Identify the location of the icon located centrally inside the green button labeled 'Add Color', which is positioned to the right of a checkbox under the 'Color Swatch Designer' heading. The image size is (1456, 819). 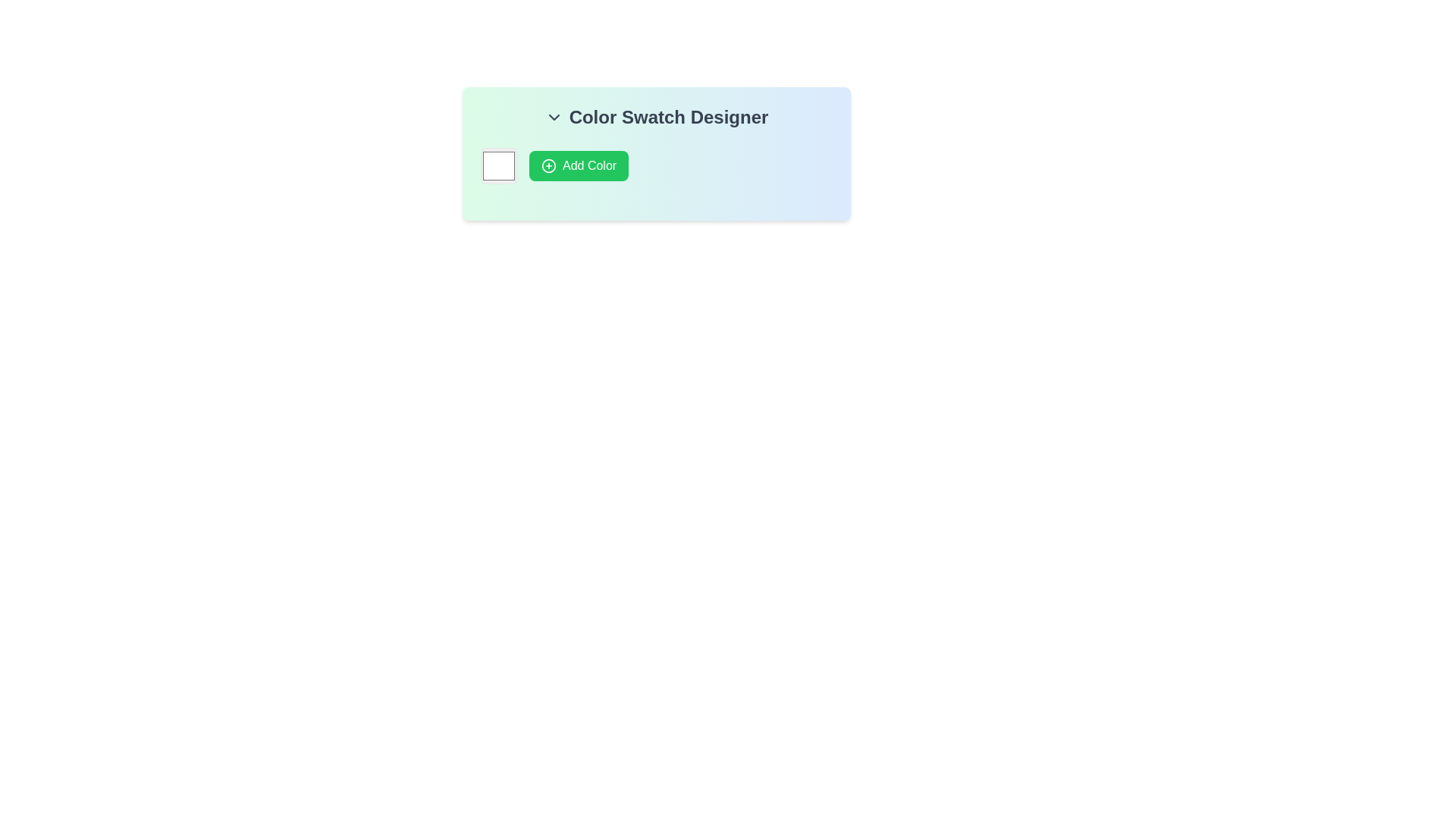
(548, 166).